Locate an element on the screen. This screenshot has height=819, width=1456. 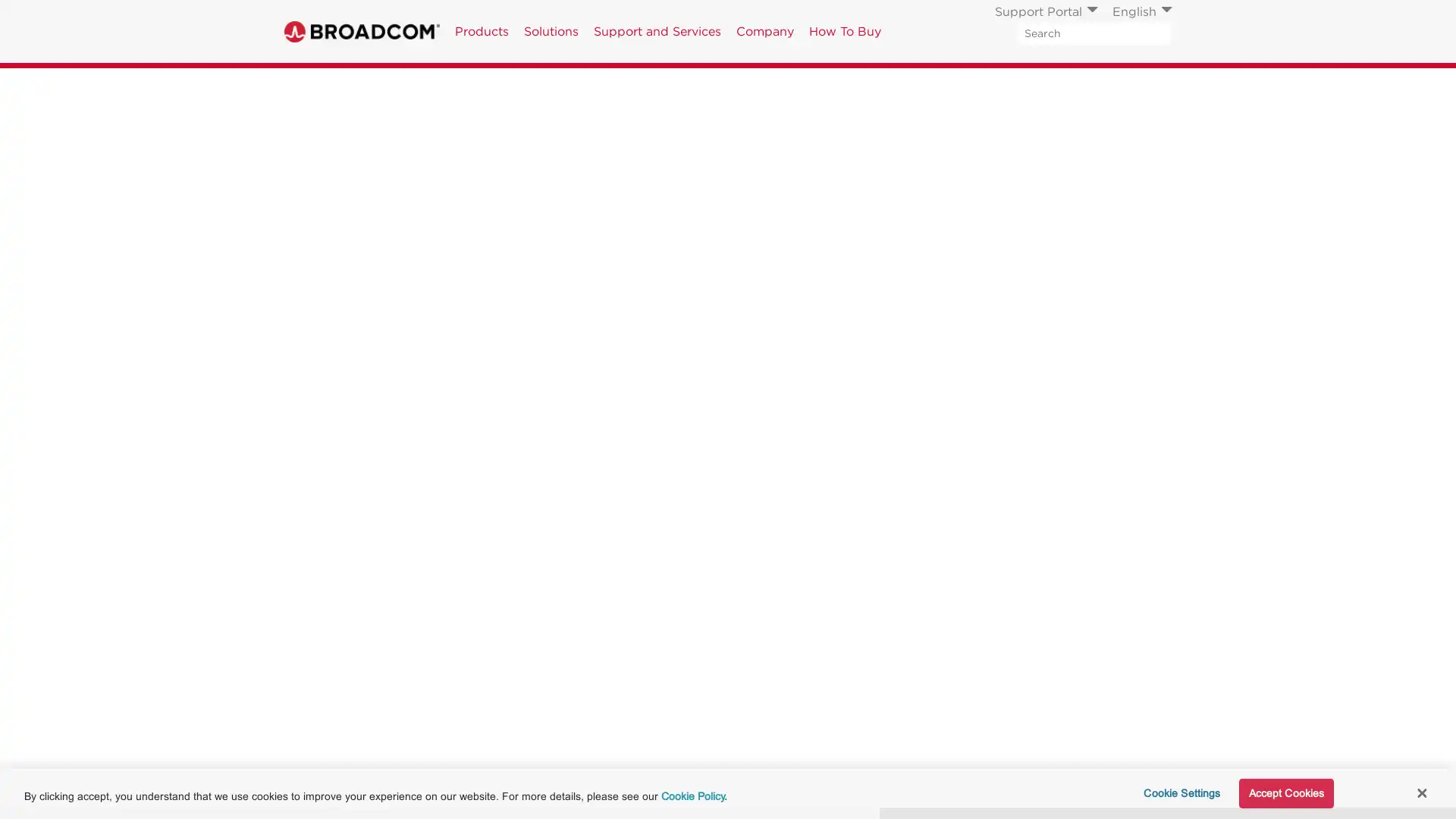
Cookie Settings is located at coordinates (1176, 792).